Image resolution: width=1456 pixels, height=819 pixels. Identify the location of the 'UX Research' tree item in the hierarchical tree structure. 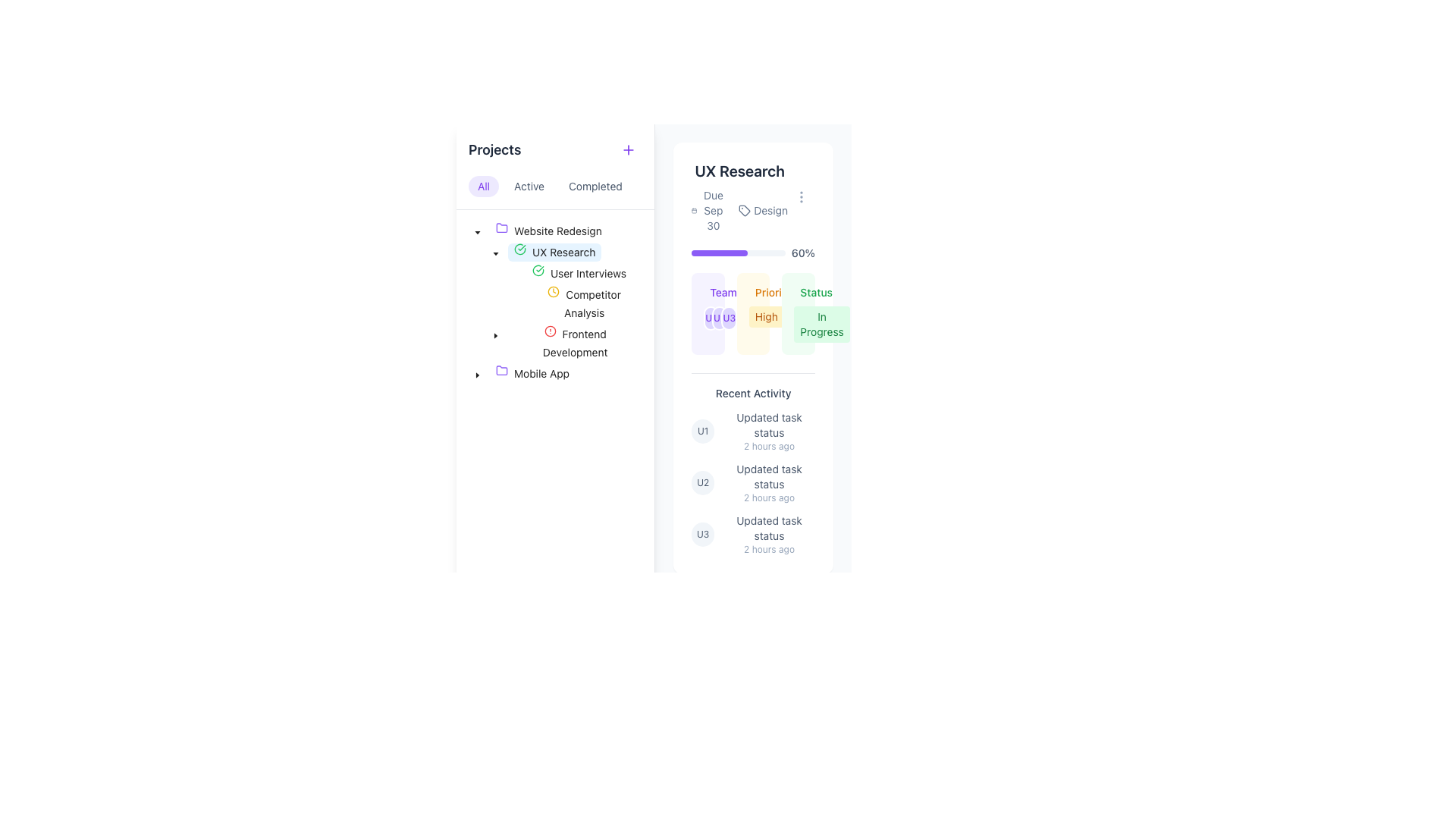
(554, 251).